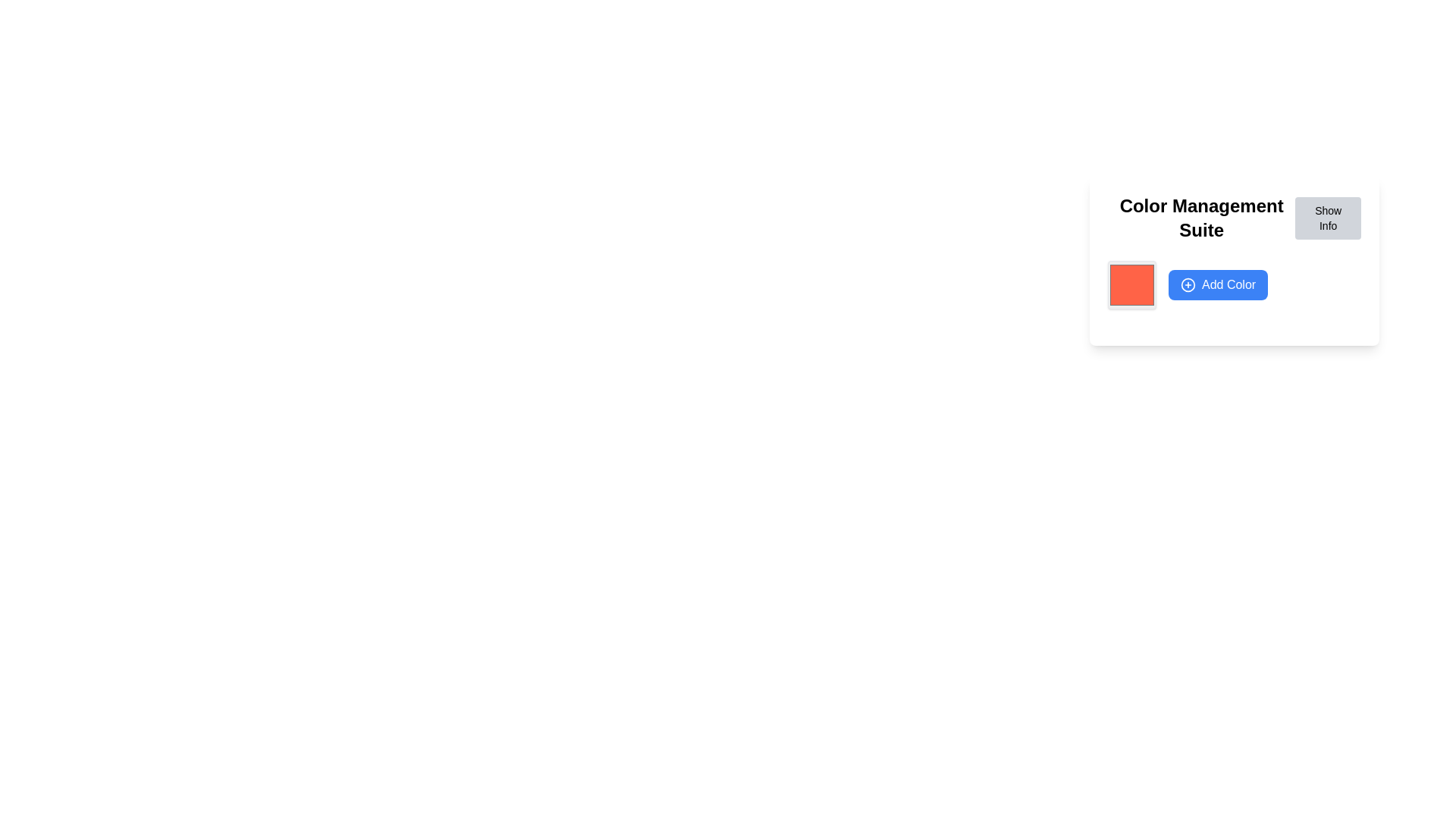 This screenshot has width=1456, height=819. What do you see at coordinates (1234, 284) in the screenshot?
I see `the 'Add Color' button, which has a blue background and white text, located in the 'Color Management Suite' panel` at bounding box center [1234, 284].